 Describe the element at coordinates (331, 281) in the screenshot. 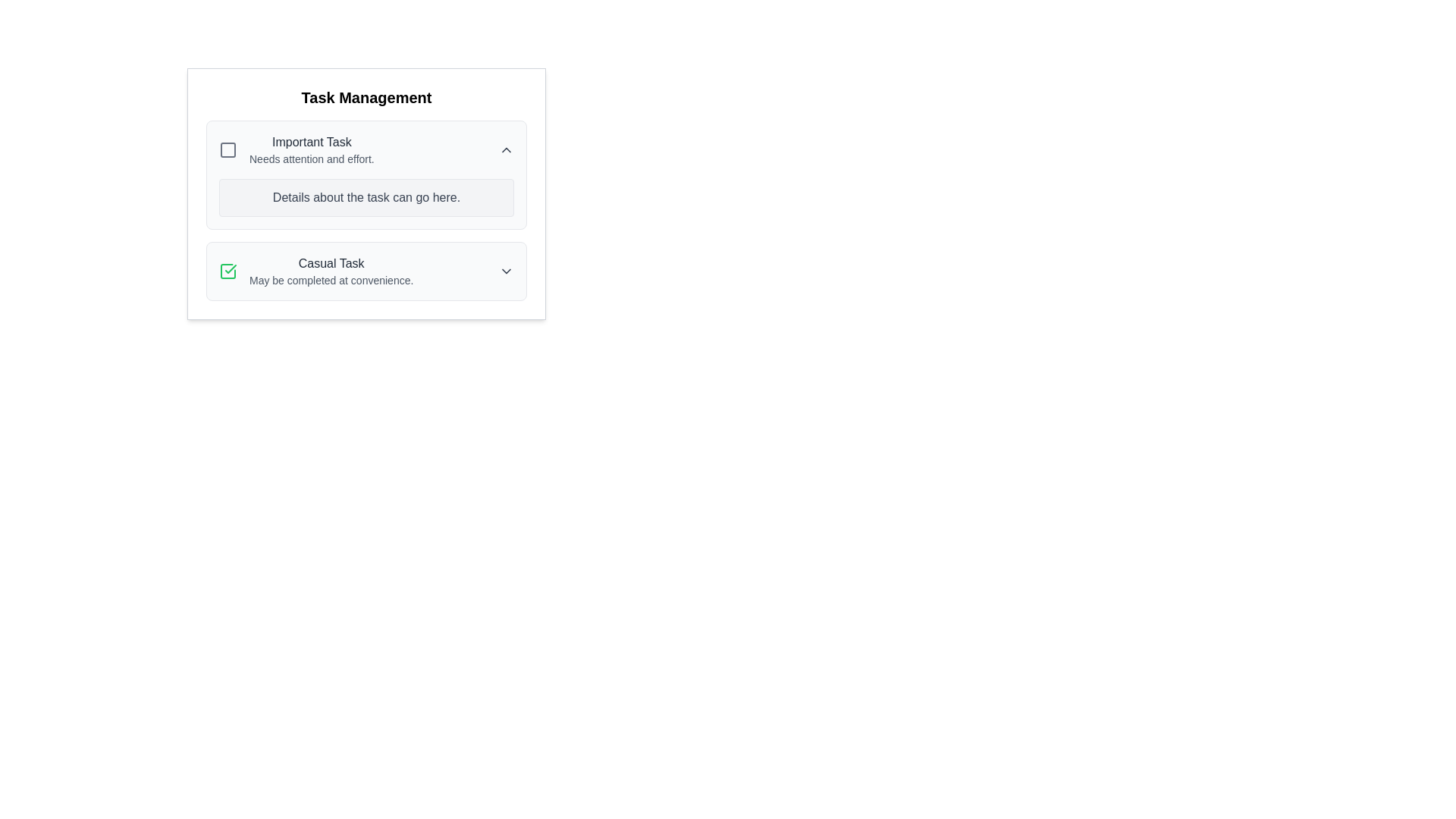

I see `text label stating 'May be completed at convenience.' which is styled in a small gray font and positioned below the 'Casual Task' label in the task management interface` at that location.